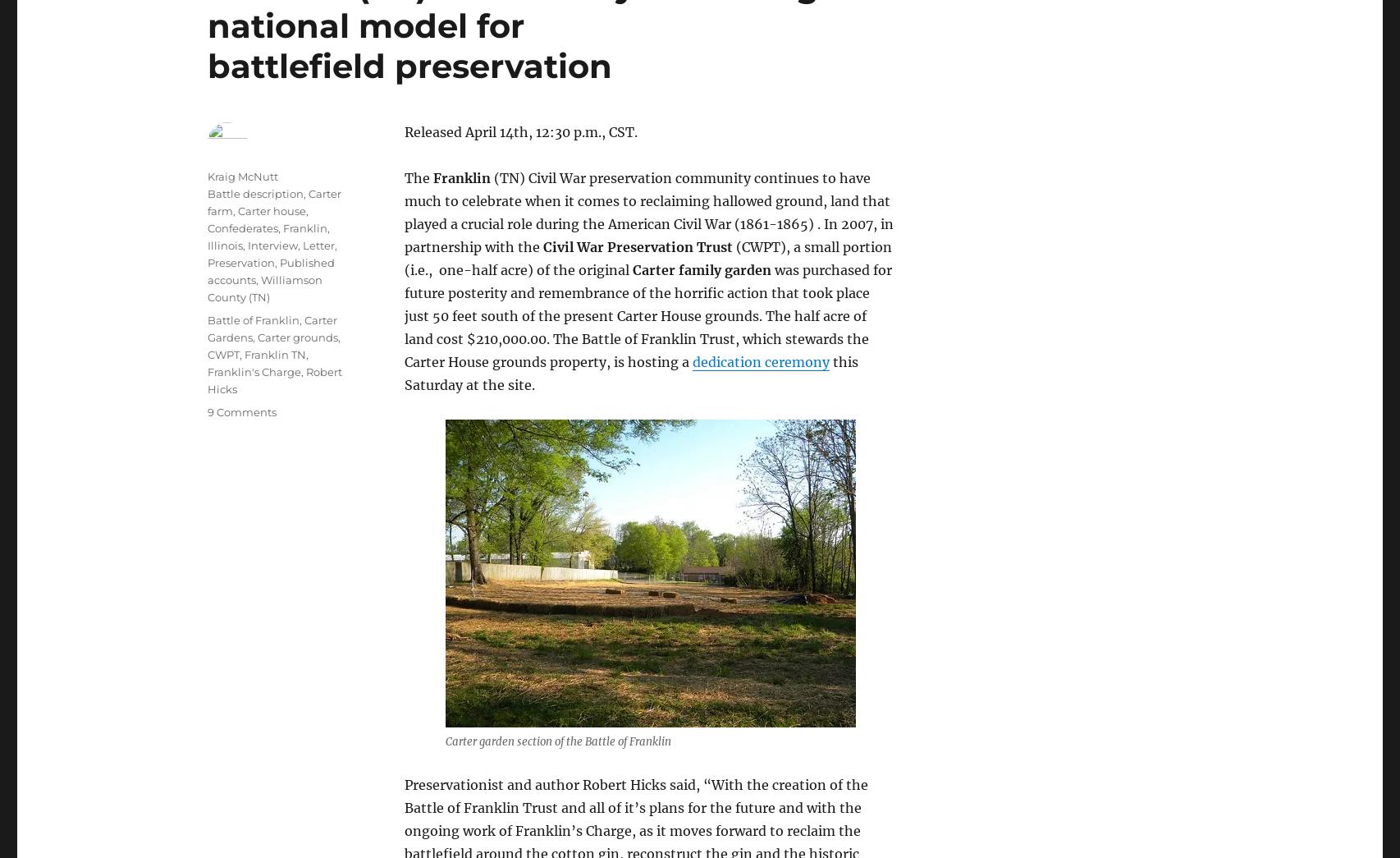 Image resolution: width=1400 pixels, height=858 pixels. I want to click on 'Carter family garden', so click(702, 269).